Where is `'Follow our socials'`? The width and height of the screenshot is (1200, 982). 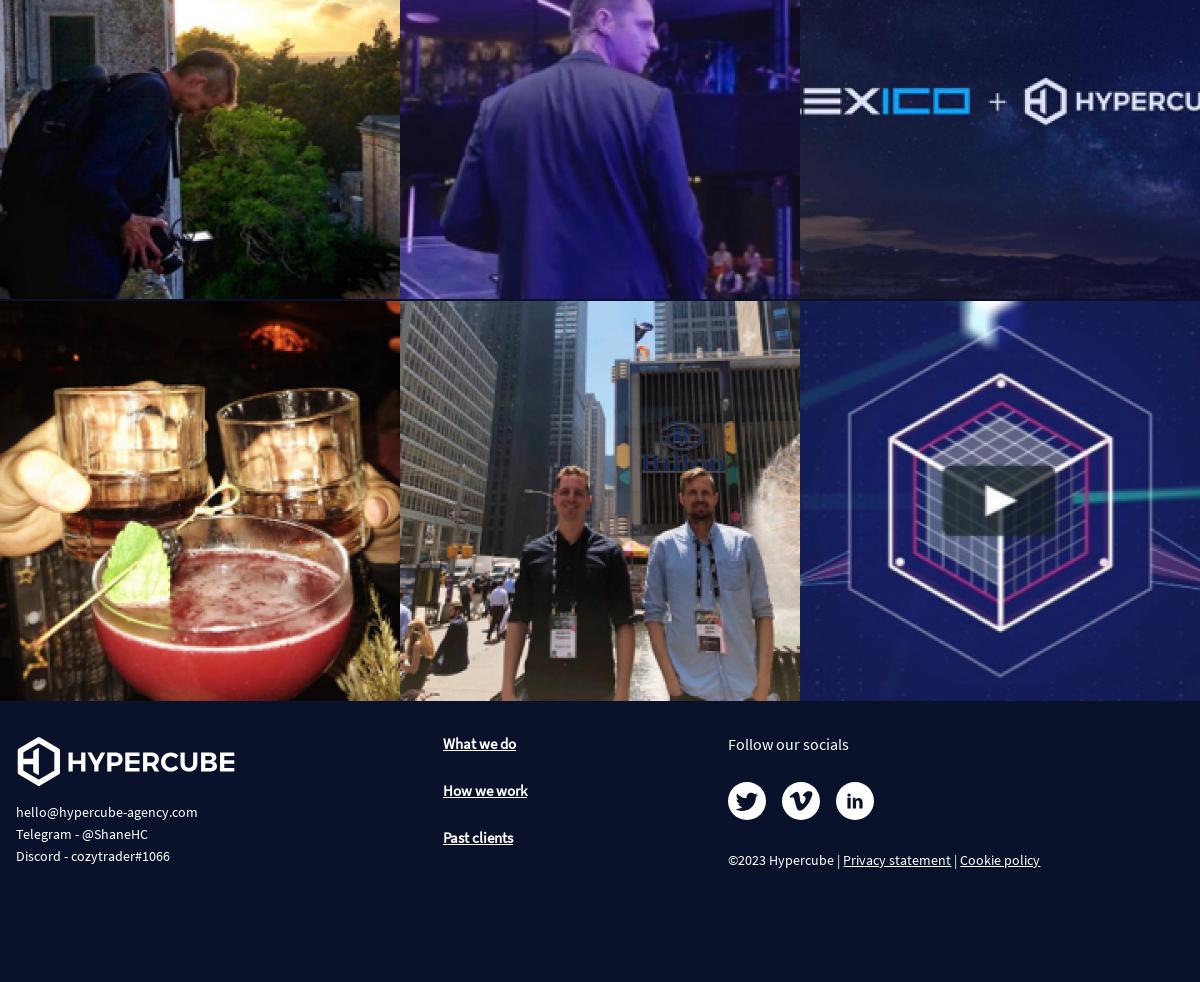 'Follow our socials' is located at coordinates (787, 743).